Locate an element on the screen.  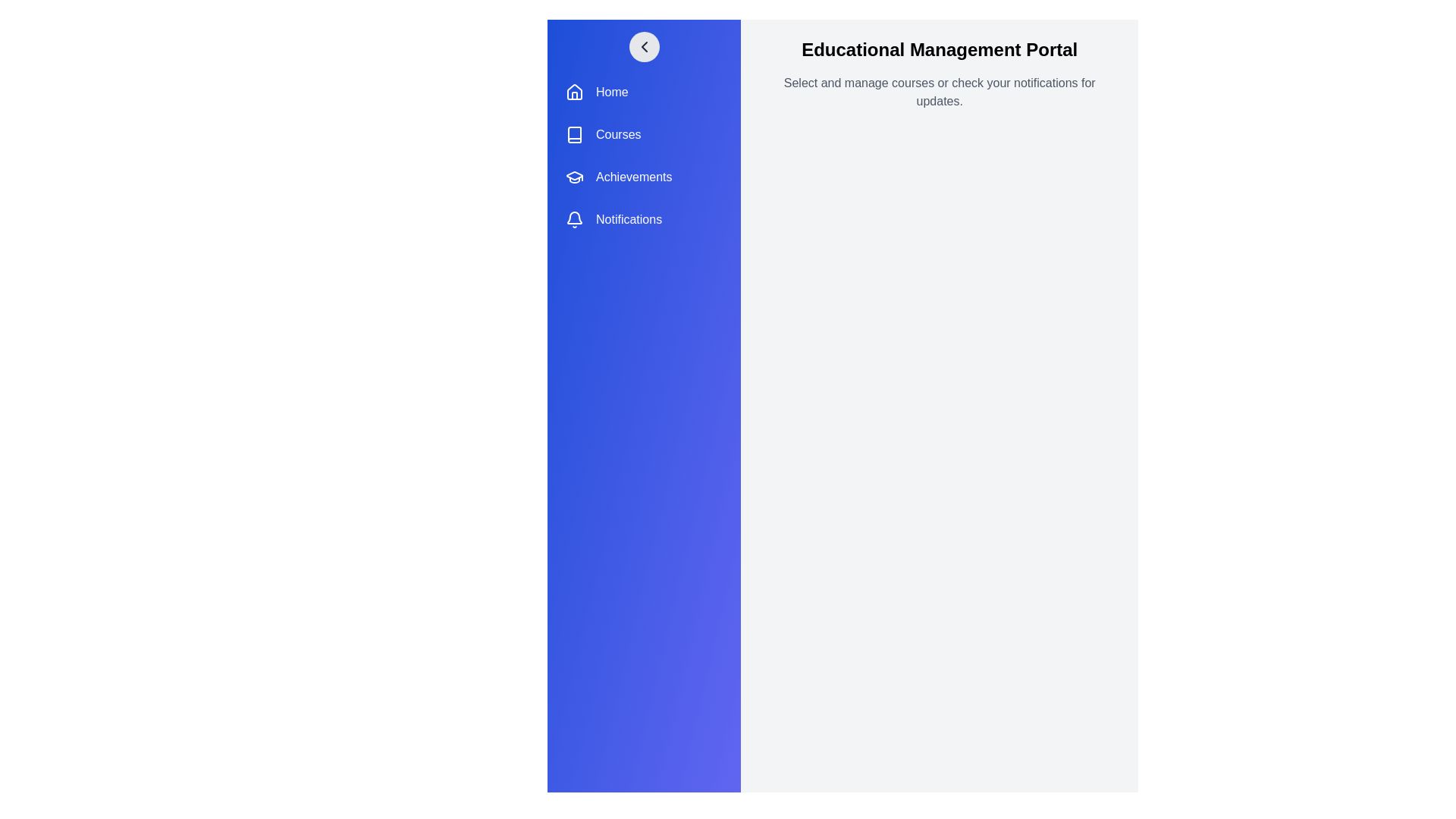
the menu item labeled Home to observe its hover effect is located at coordinates (644, 93).